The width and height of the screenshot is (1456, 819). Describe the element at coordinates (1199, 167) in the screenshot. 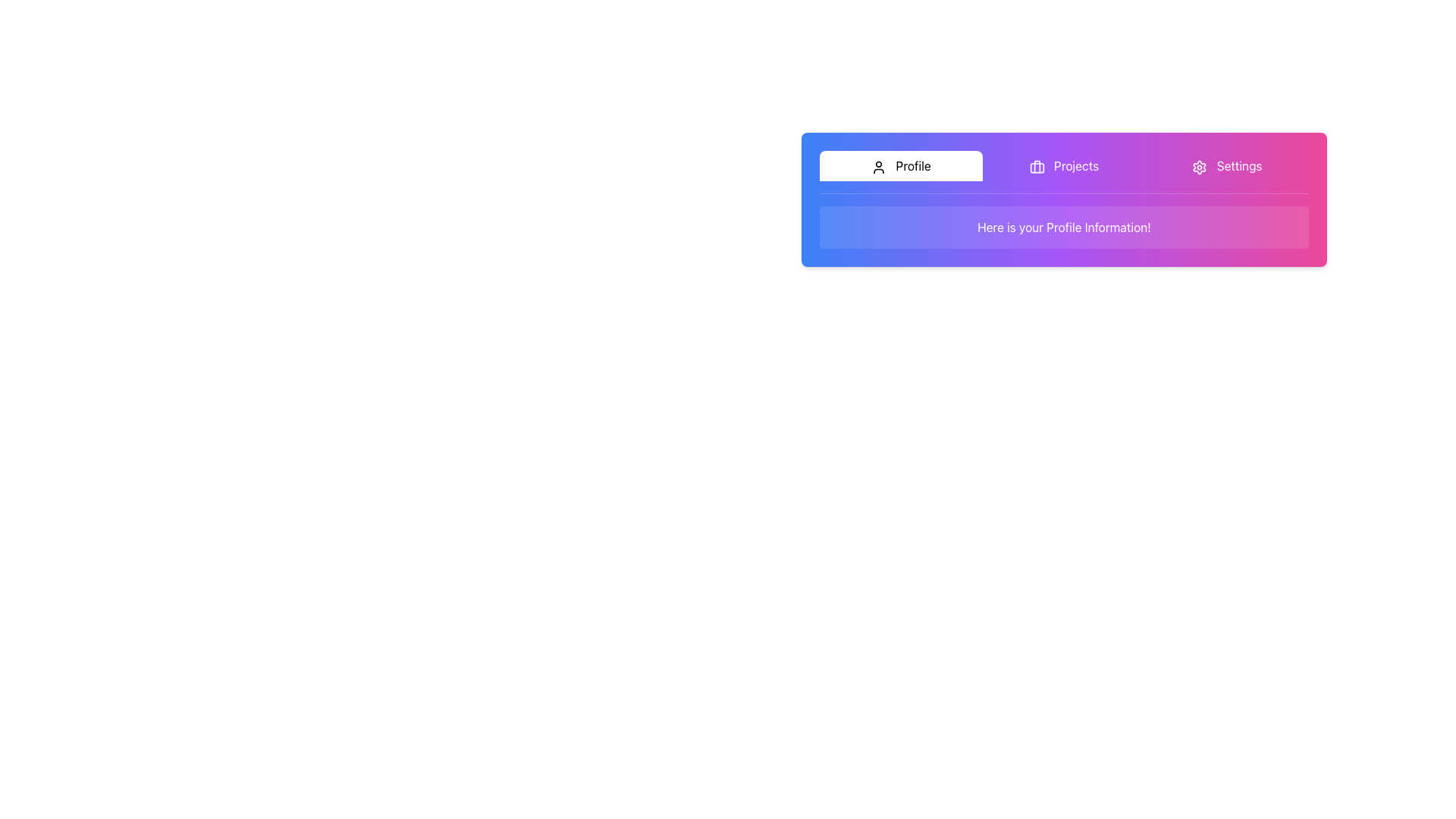

I see `the cogwheel icon with a pink/purple gradient background located next to the 'Settings' text` at that location.